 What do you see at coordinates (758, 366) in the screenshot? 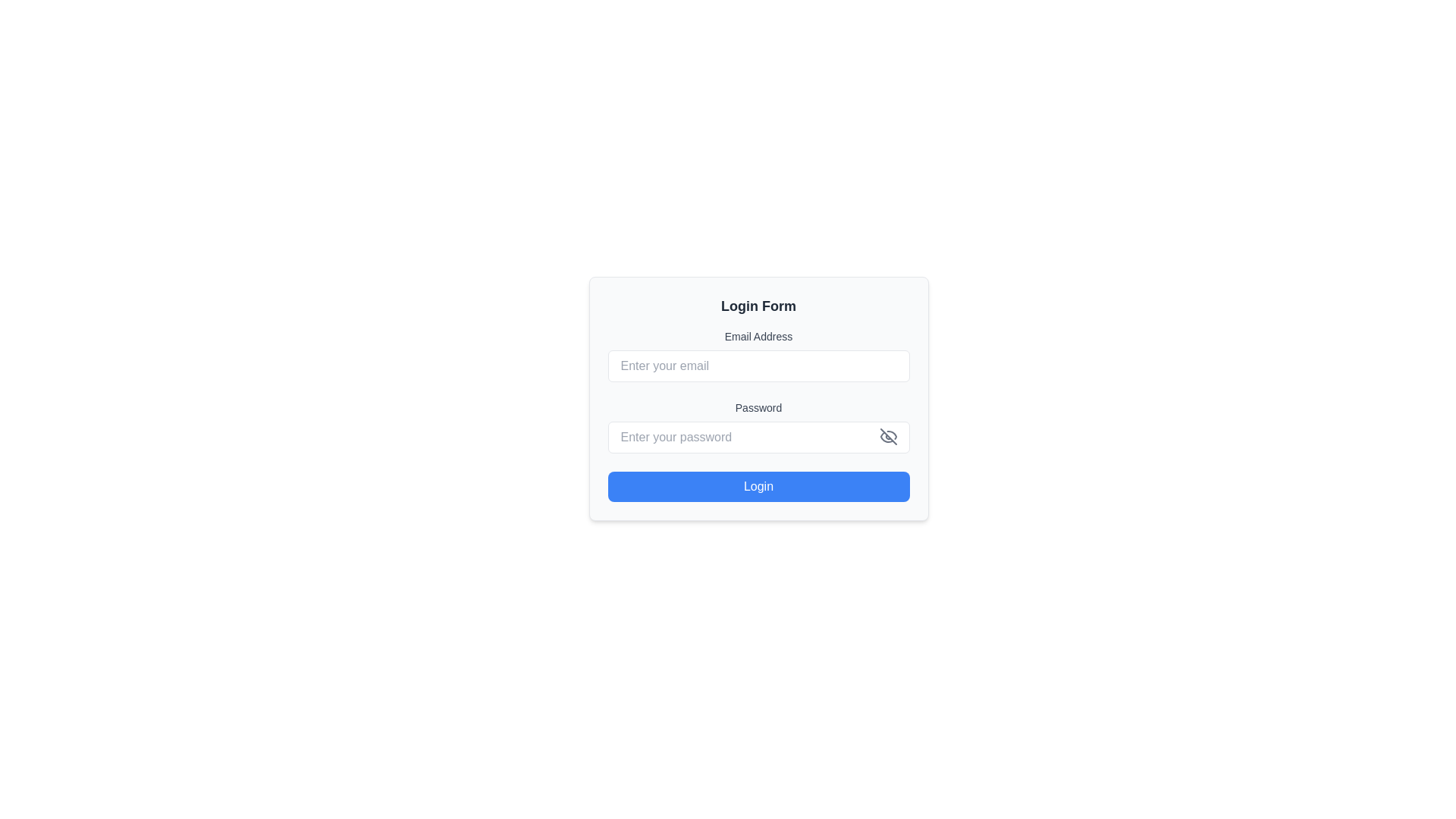
I see `the text input field labeled 'Email Address'` at bounding box center [758, 366].